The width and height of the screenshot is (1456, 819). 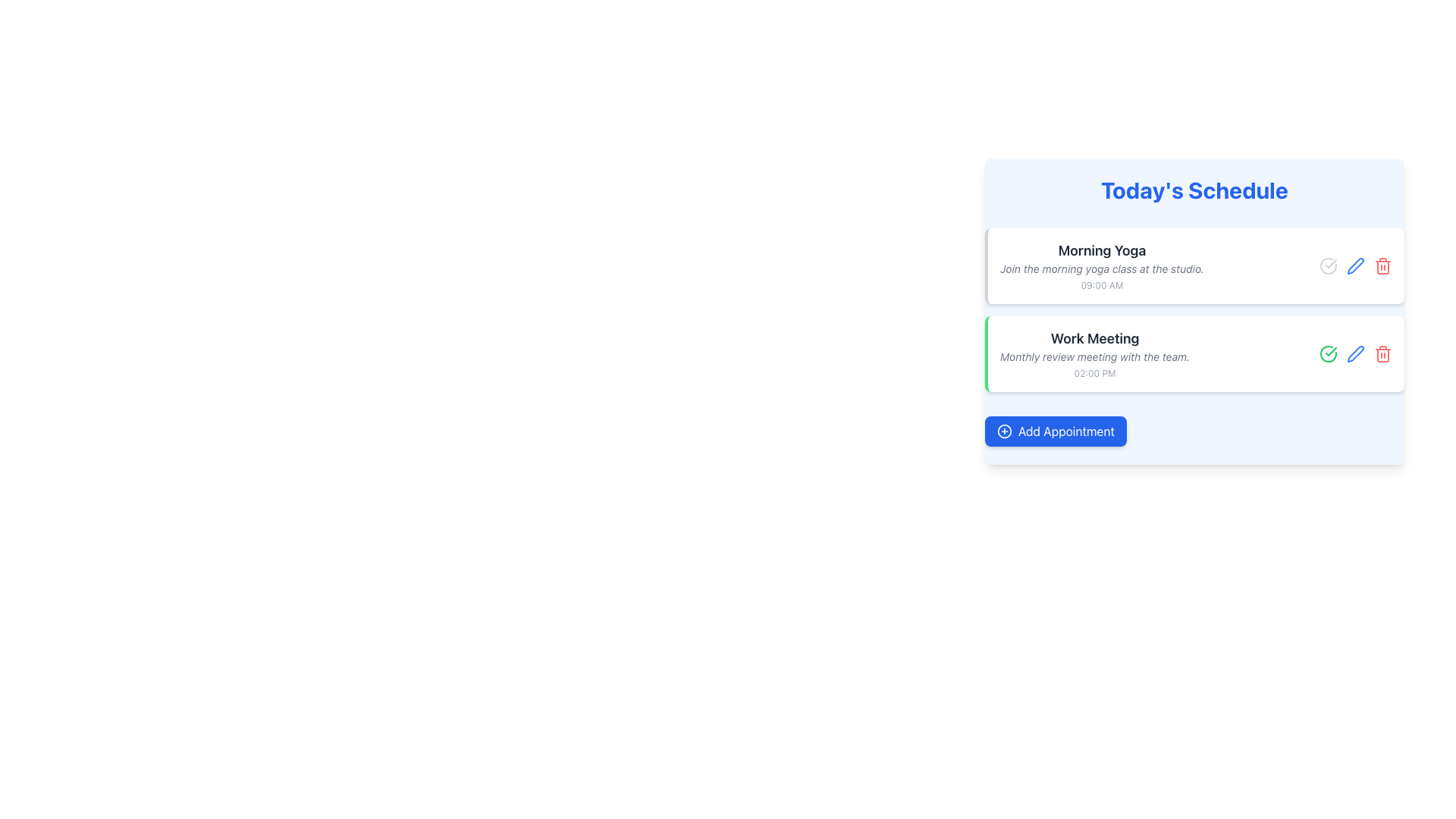 I want to click on the blue circular boundary of the '+' icon within the 'Today's Schedule' button, so click(x=1004, y=431).